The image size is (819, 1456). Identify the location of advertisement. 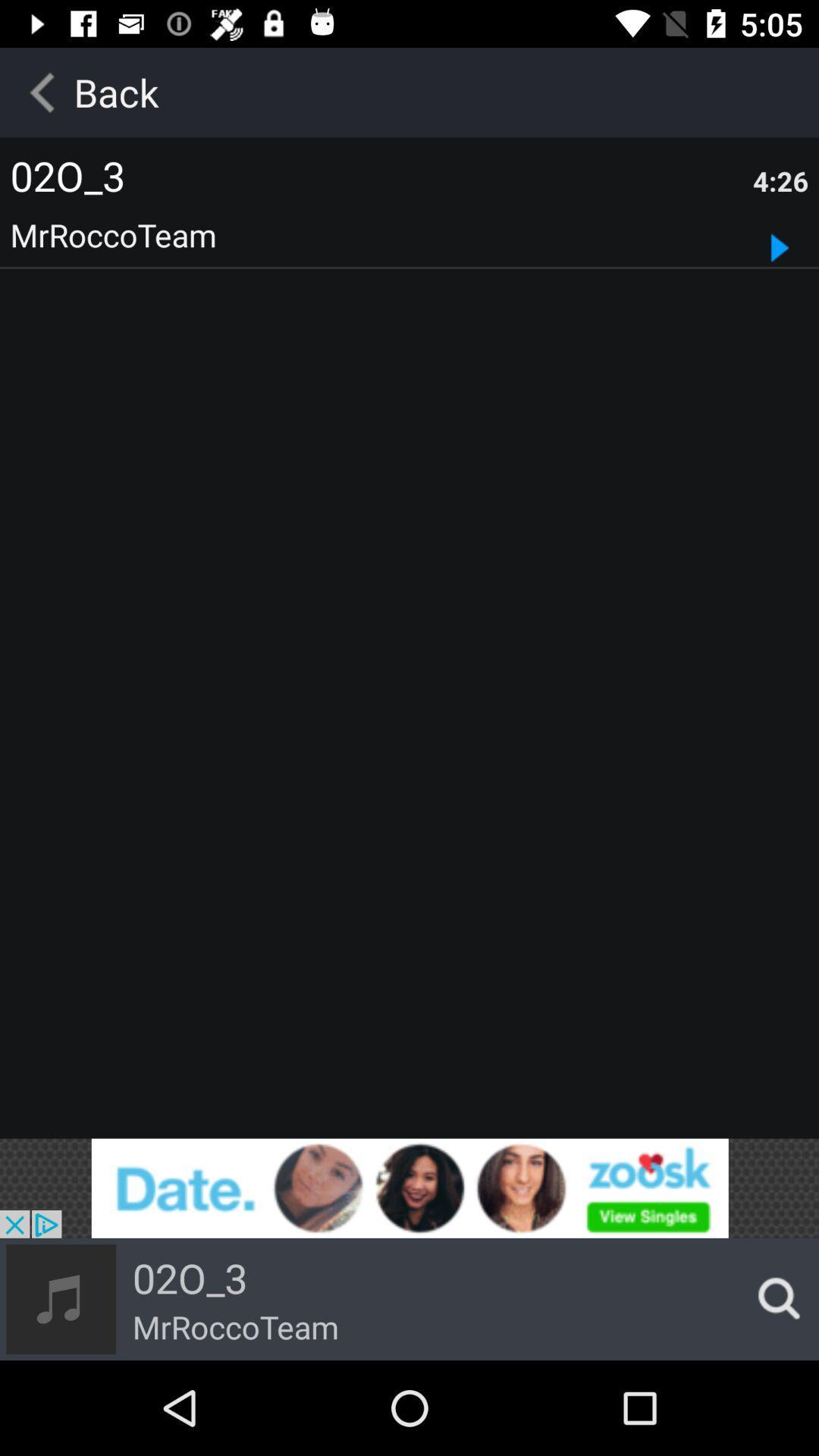
(409, 1188).